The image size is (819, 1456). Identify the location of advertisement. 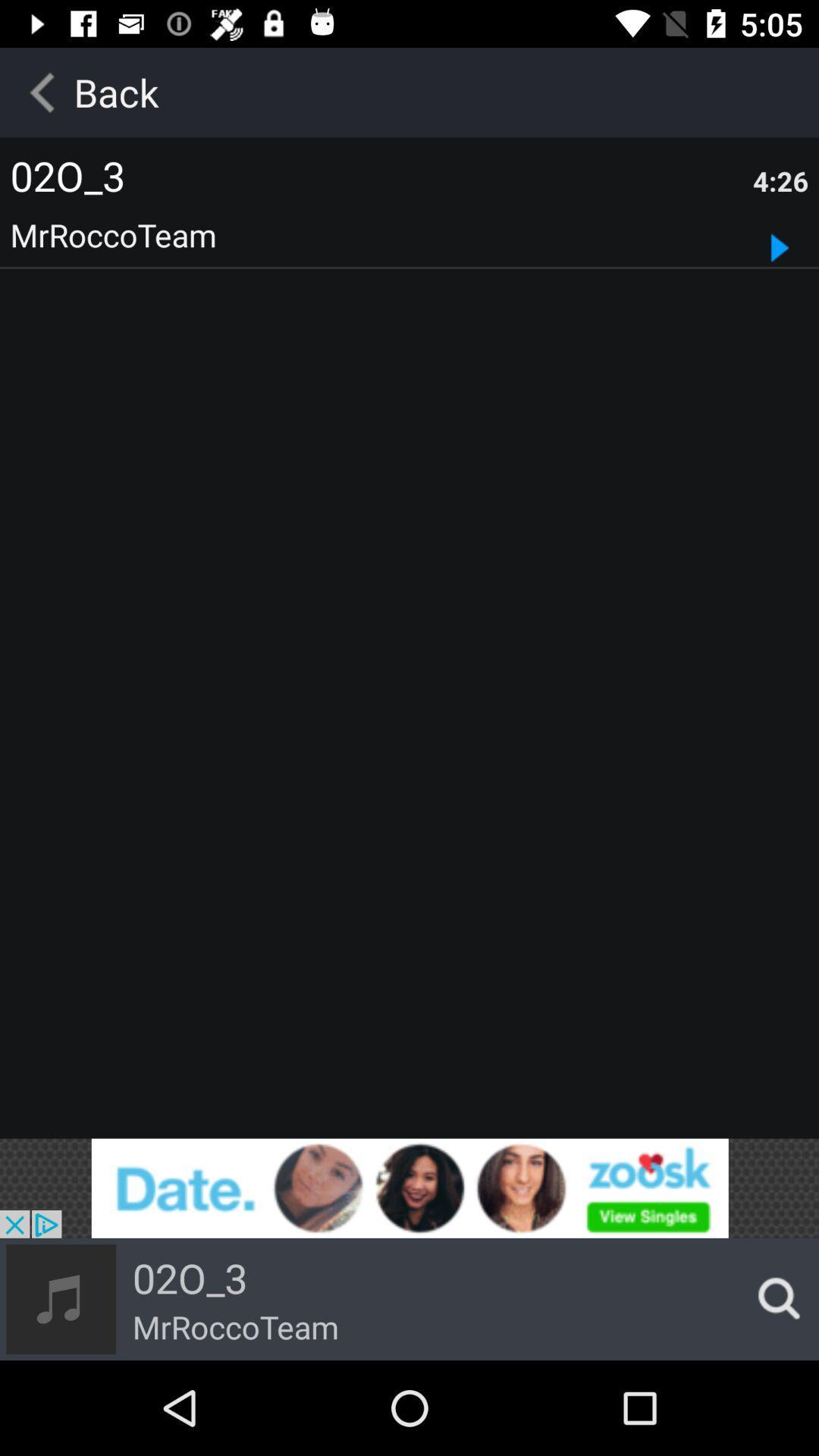
(409, 1188).